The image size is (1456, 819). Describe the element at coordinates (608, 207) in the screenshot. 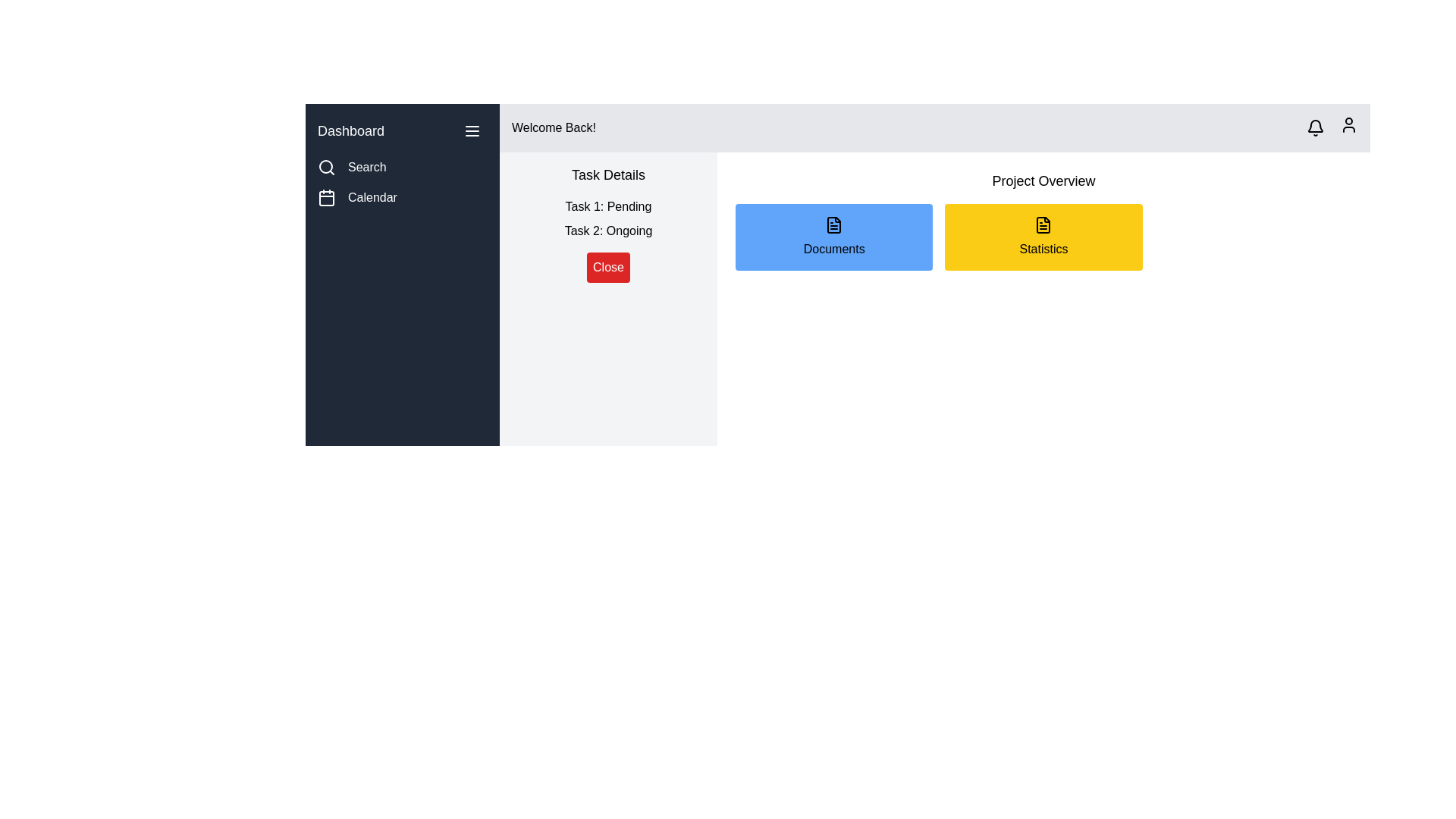

I see `the text label that displays 'Task 1: Pending', which is the first item in the vertical list of tasks under 'Task Details'` at that location.